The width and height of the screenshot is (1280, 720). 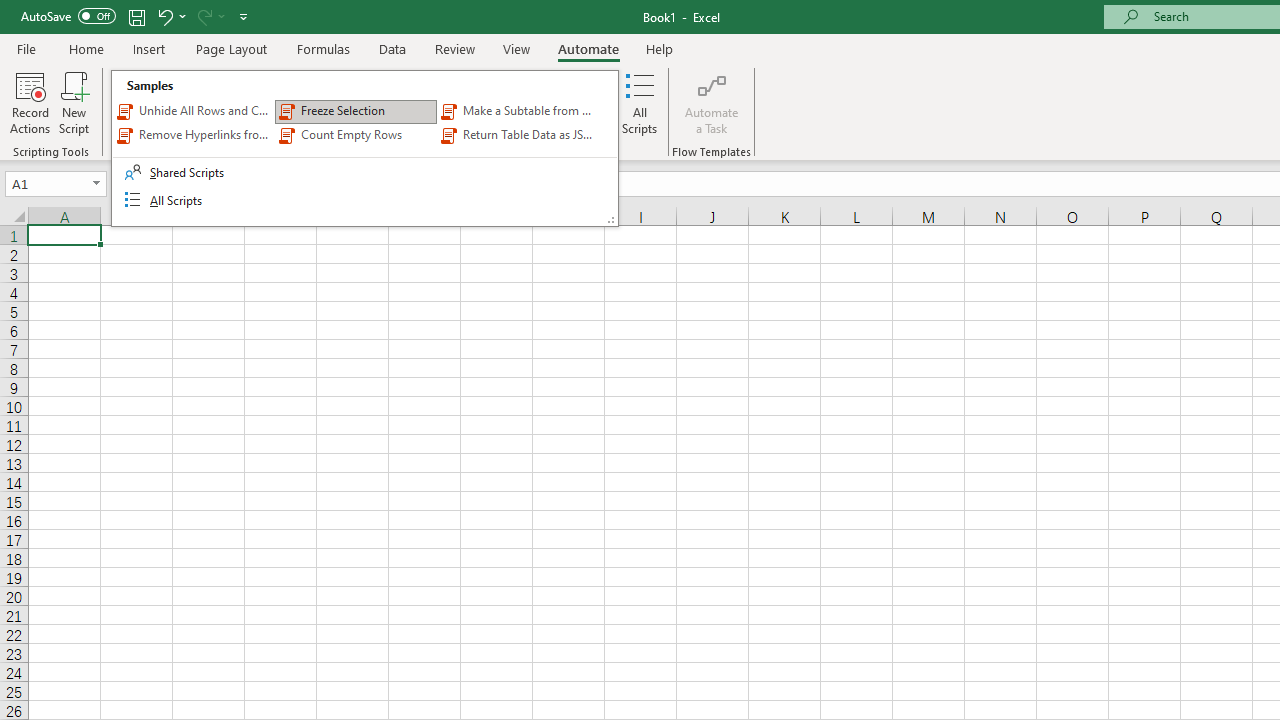 What do you see at coordinates (148, 48) in the screenshot?
I see `'Insert'` at bounding box center [148, 48].